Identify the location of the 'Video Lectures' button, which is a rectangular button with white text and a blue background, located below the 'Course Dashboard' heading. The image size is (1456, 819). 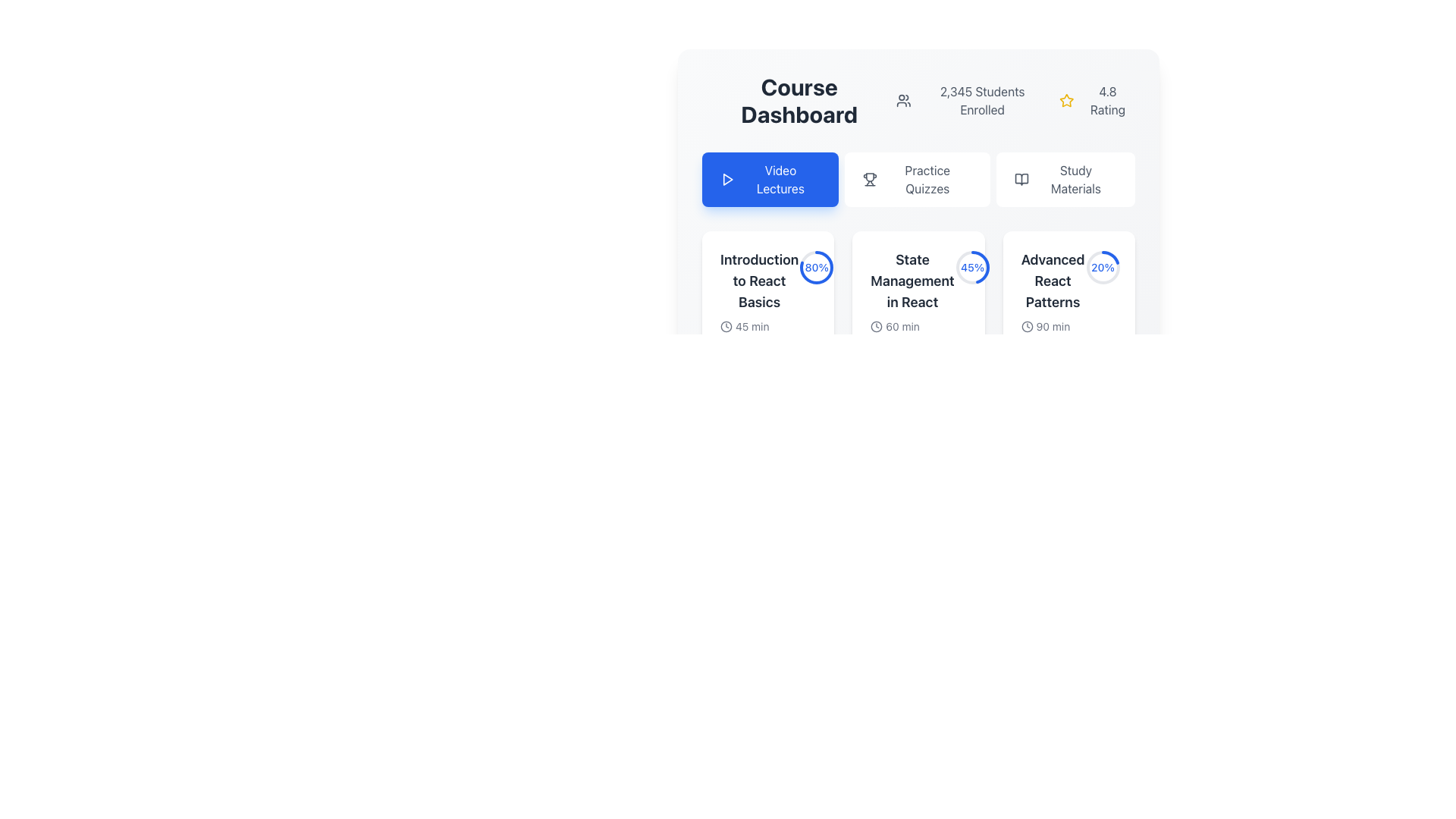
(770, 178).